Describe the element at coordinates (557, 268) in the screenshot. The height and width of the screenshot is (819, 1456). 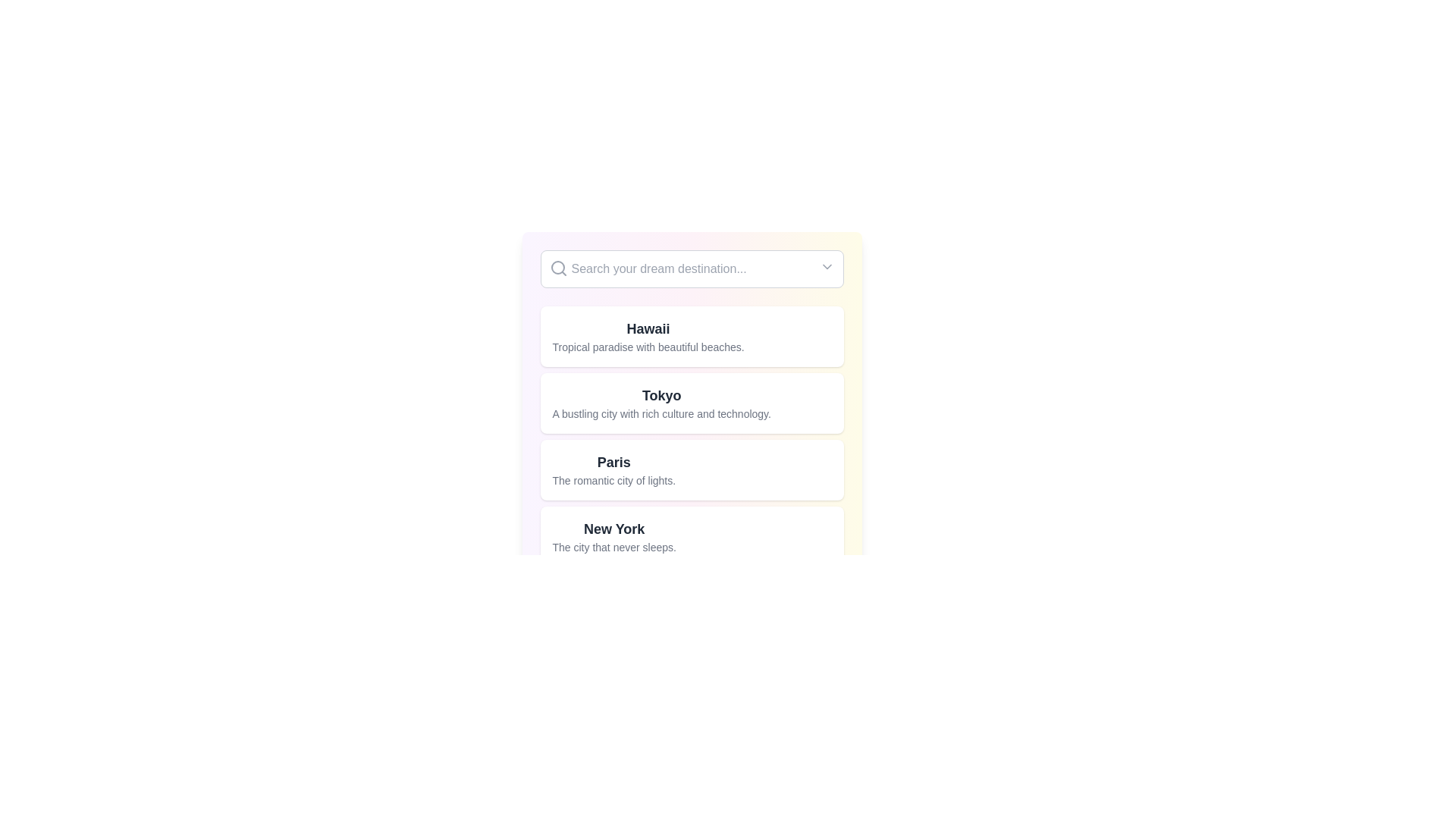
I see `the search icon, which is a grayish magnifying glass located in the left portion of the search bar, to prompt a tooltip or highlight effect` at that location.